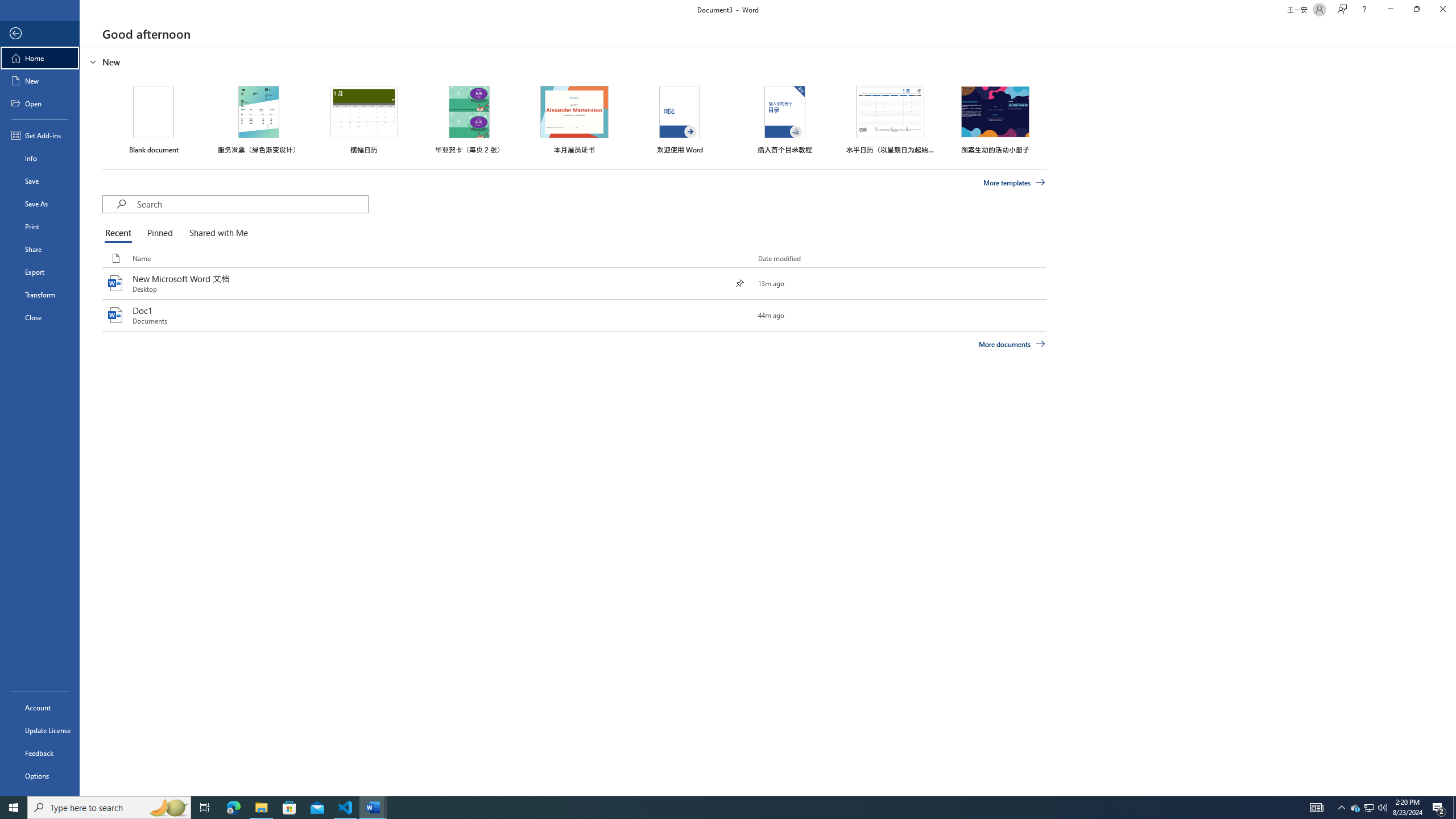  What do you see at coordinates (1011, 344) in the screenshot?
I see `'More documents'` at bounding box center [1011, 344].